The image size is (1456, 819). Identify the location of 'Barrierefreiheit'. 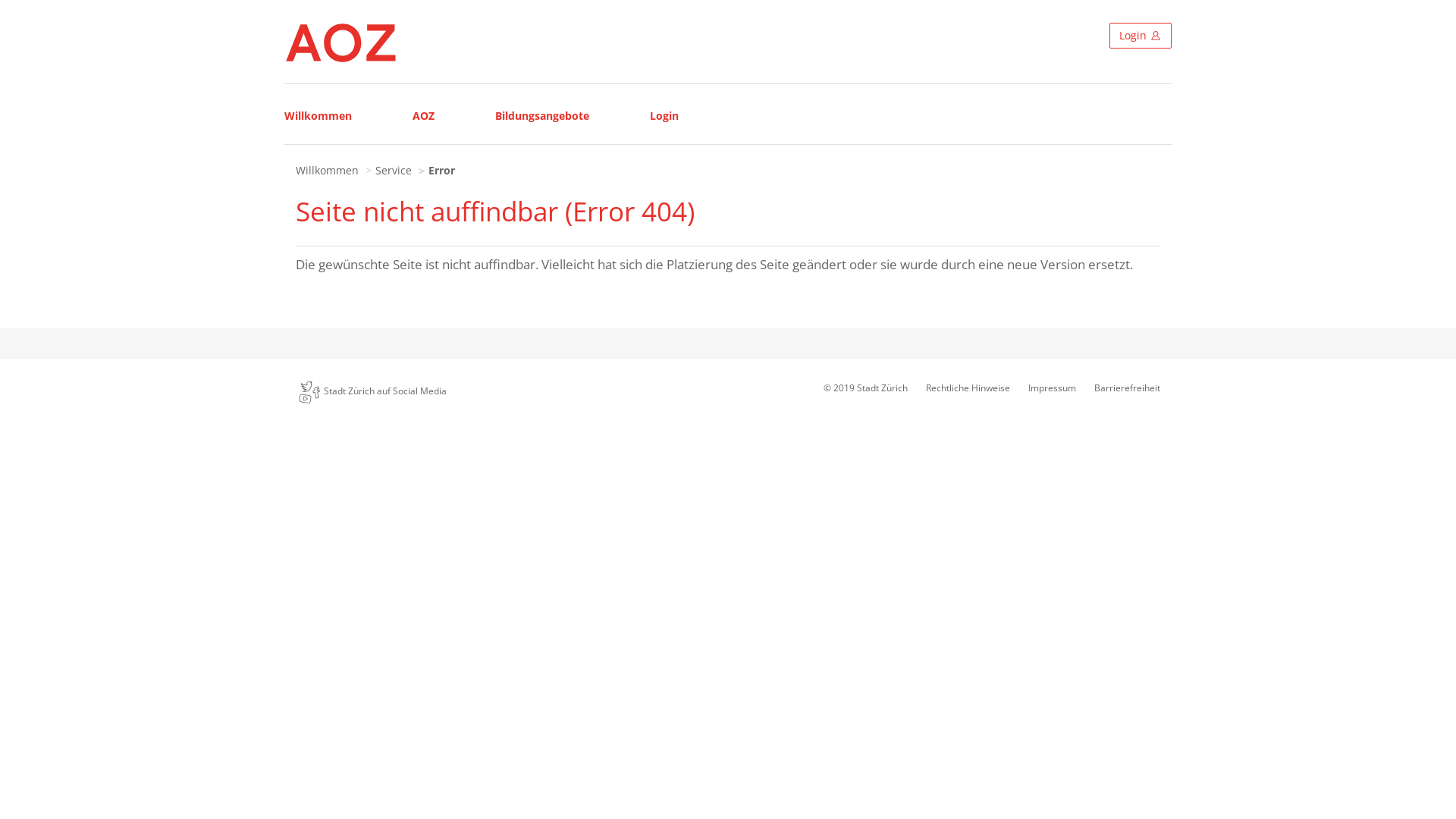
(1094, 387).